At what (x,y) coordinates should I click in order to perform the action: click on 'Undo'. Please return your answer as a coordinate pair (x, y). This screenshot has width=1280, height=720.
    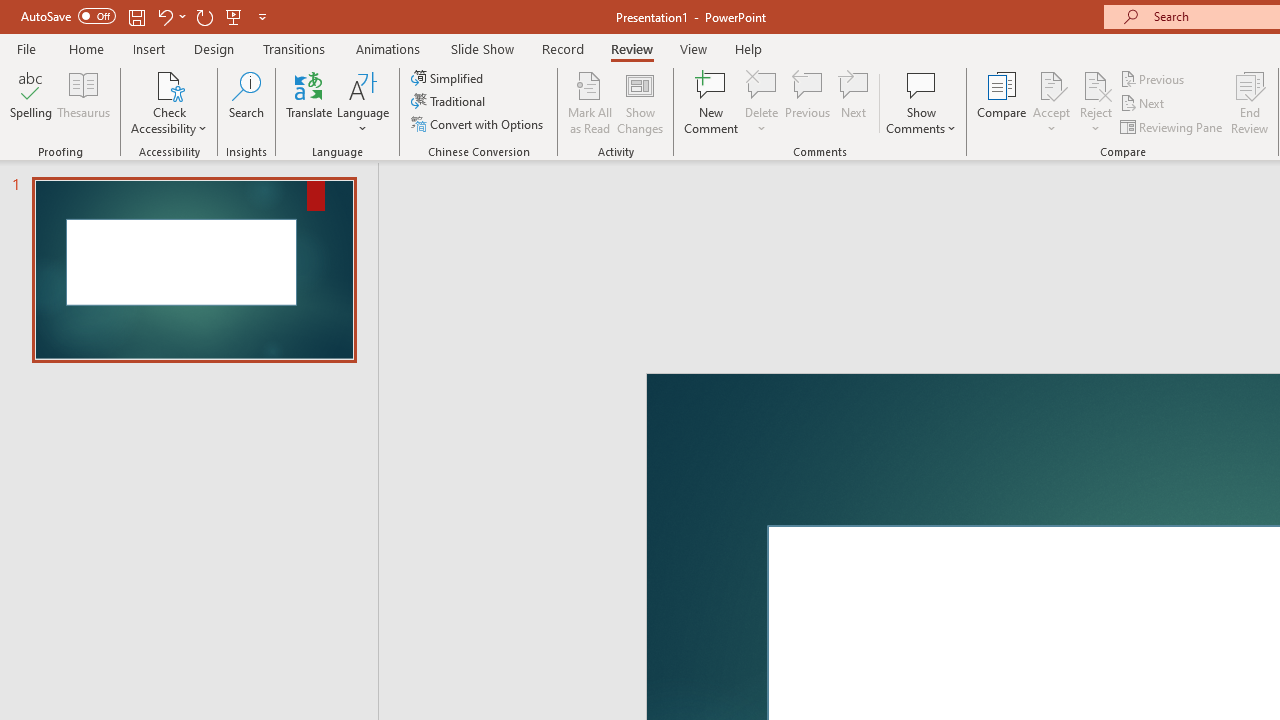
    Looking at the image, I should click on (170, 16).